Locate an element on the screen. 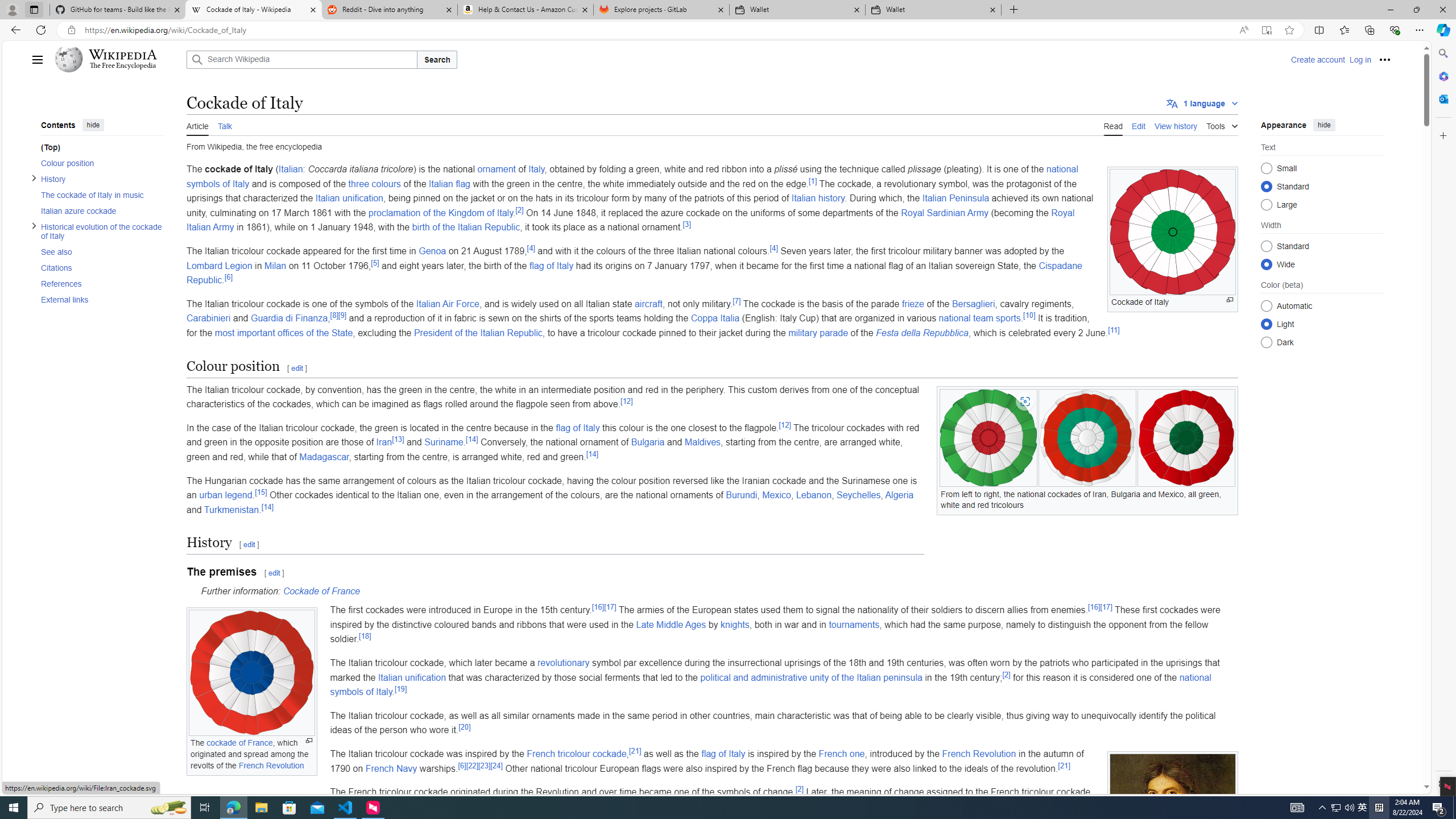 Image resolution: width=1456 pixels, height=819 pixels. '[3]' is located at coordinates (686, 224).